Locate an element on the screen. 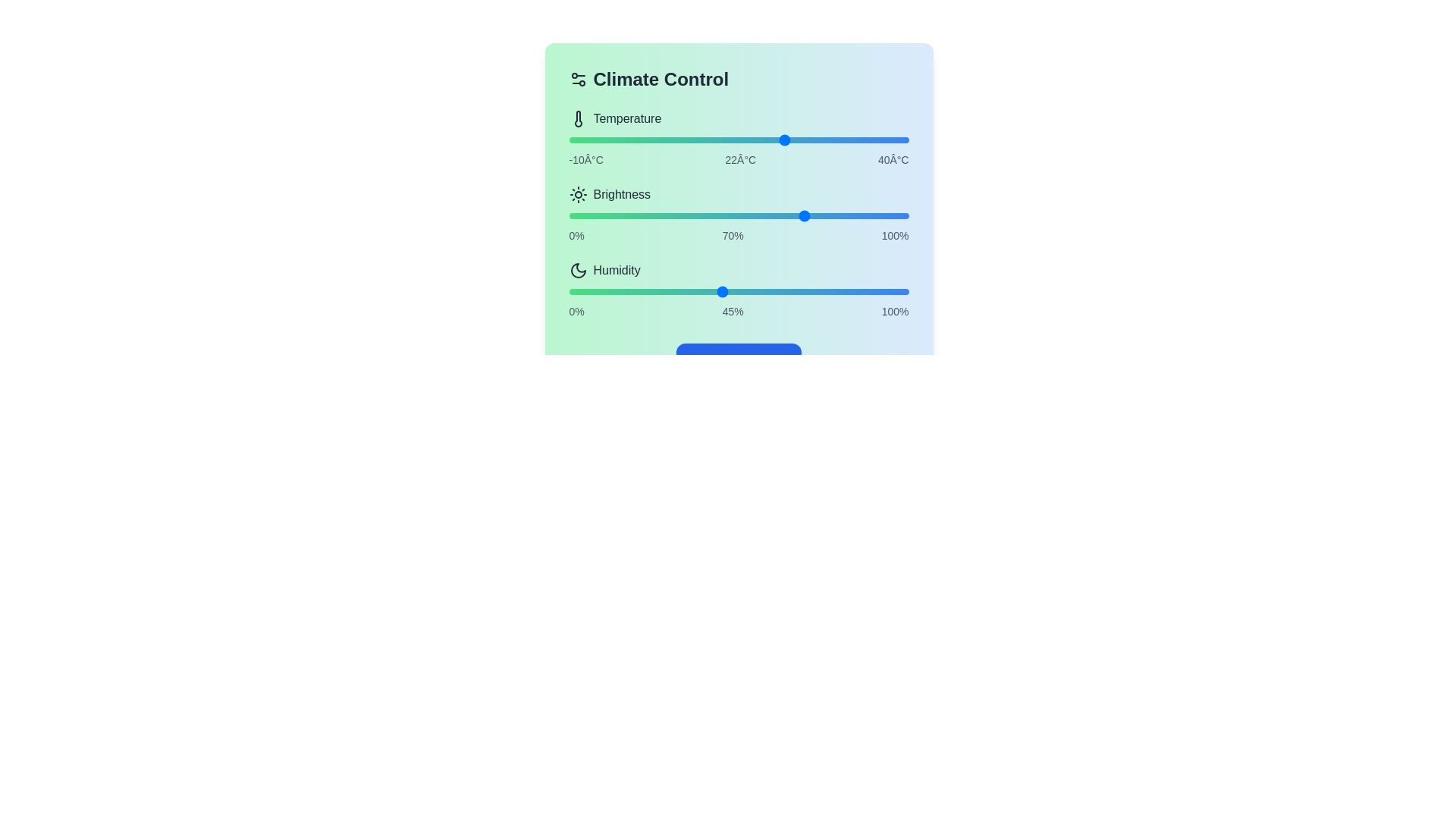 The height and width of the screenshot is (819, 1456). the humidity level is located at coordinates (605, 292).